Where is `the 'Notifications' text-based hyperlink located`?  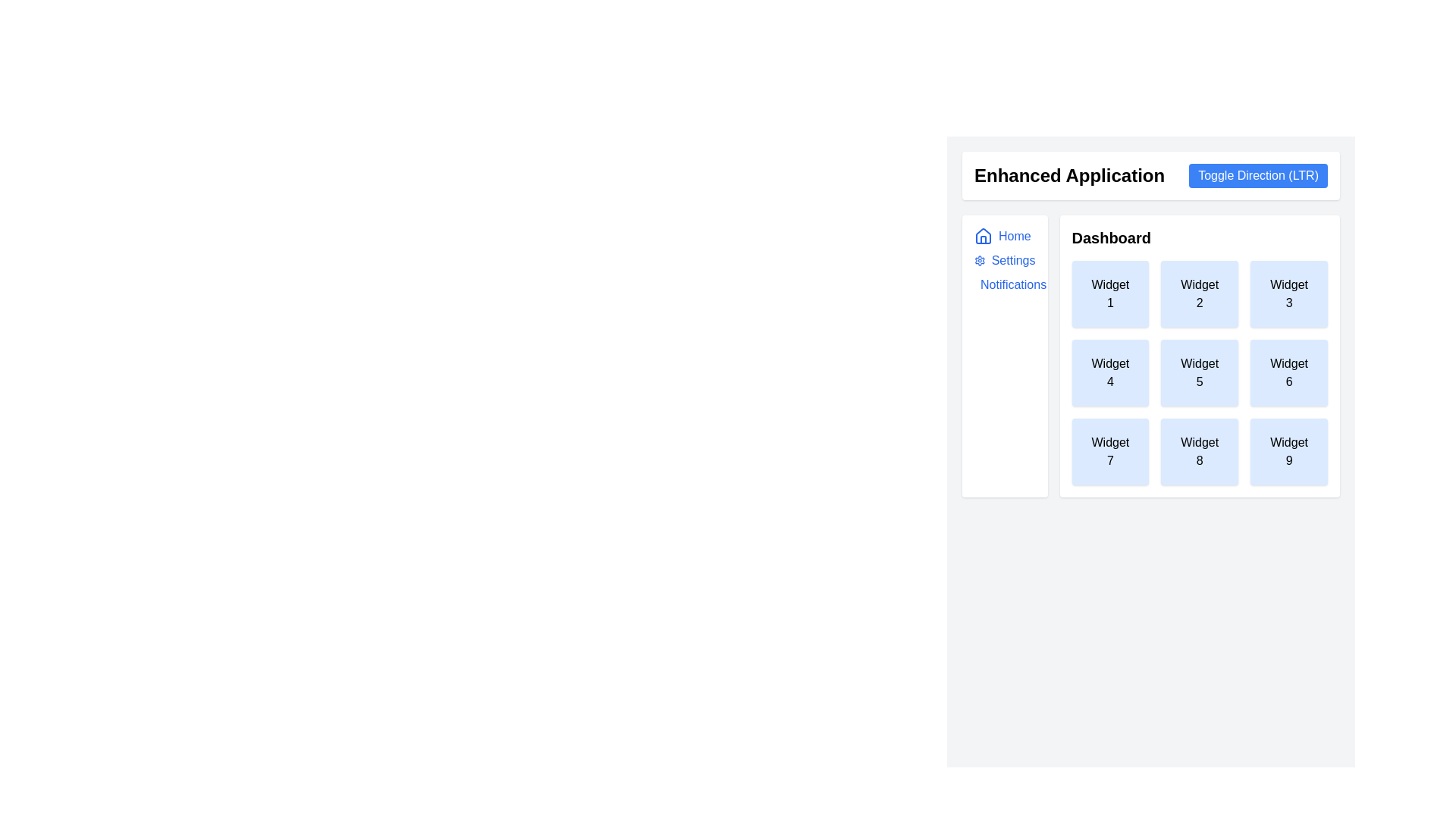
the 'Notifications' text-based hyperlink located is located at coordinates (1012, 284).